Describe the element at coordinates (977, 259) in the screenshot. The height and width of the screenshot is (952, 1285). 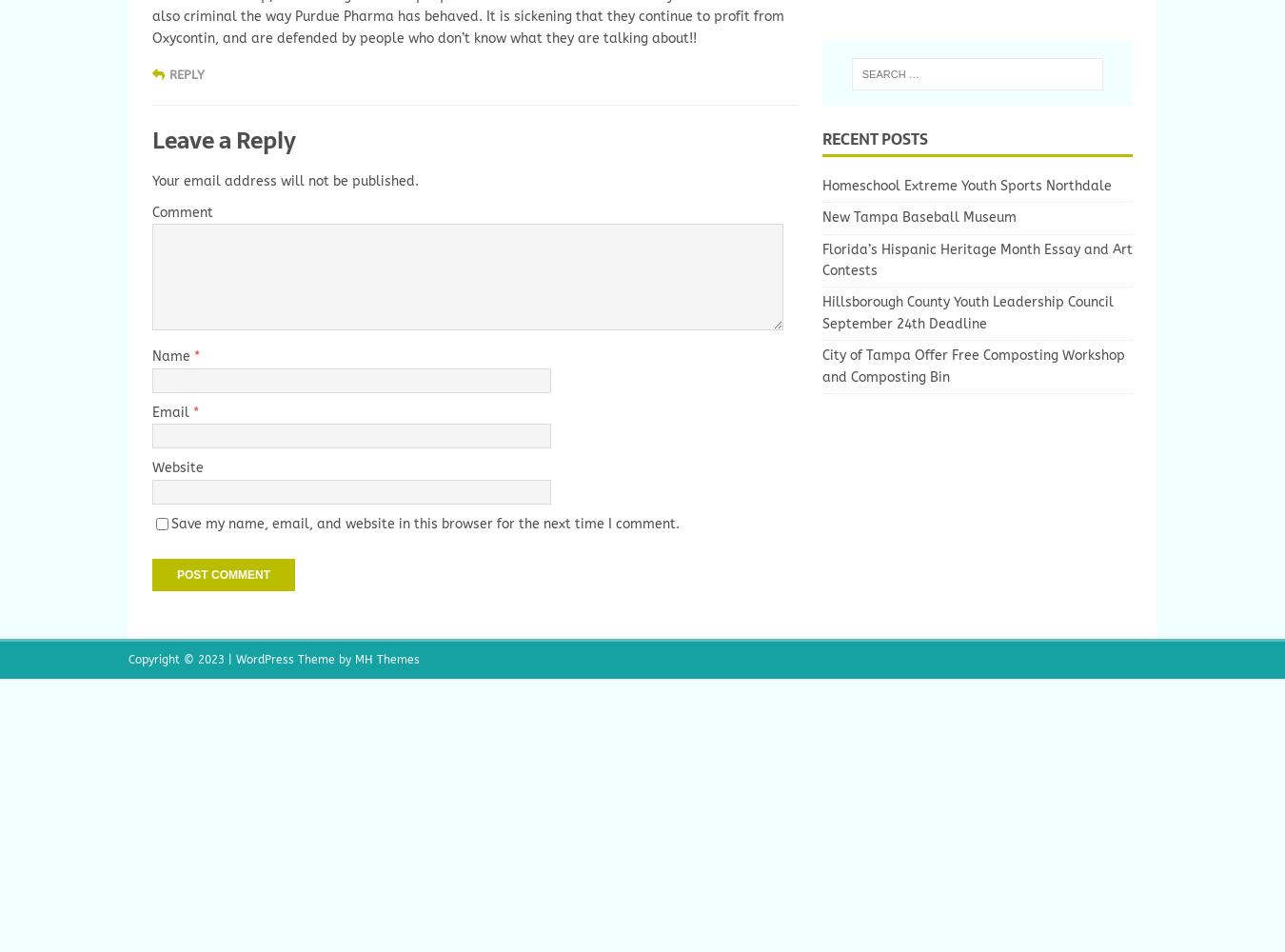
I see `'Florida’s Hispanic Heritage Month Essay and Art Contests'` at that location.